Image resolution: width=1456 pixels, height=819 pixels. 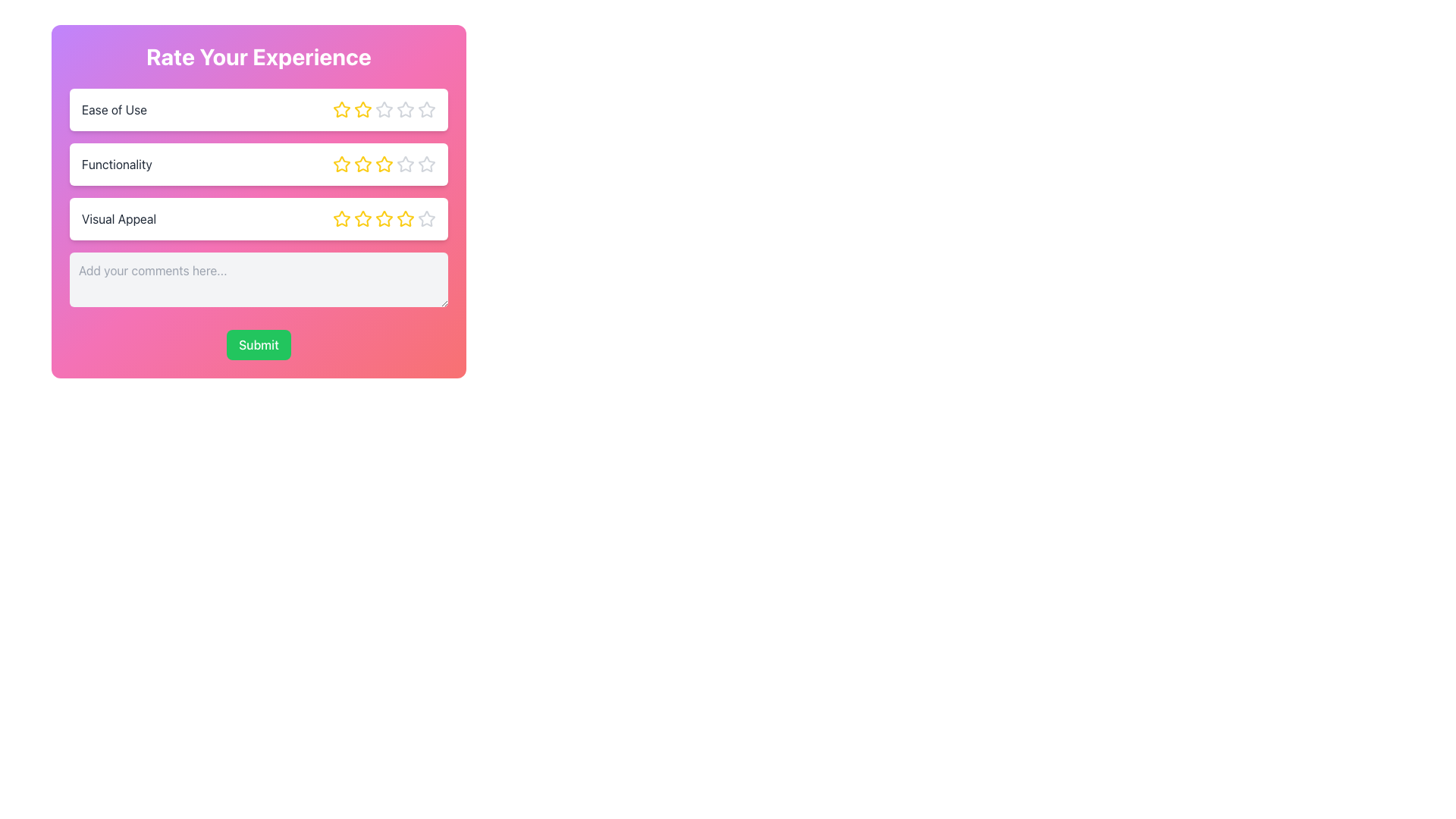 What do you see at coordinates (384, 109) in the screenshot?
I see `the third star in the 'Ease of Use' rating bar` at bounding box center [384, 109].